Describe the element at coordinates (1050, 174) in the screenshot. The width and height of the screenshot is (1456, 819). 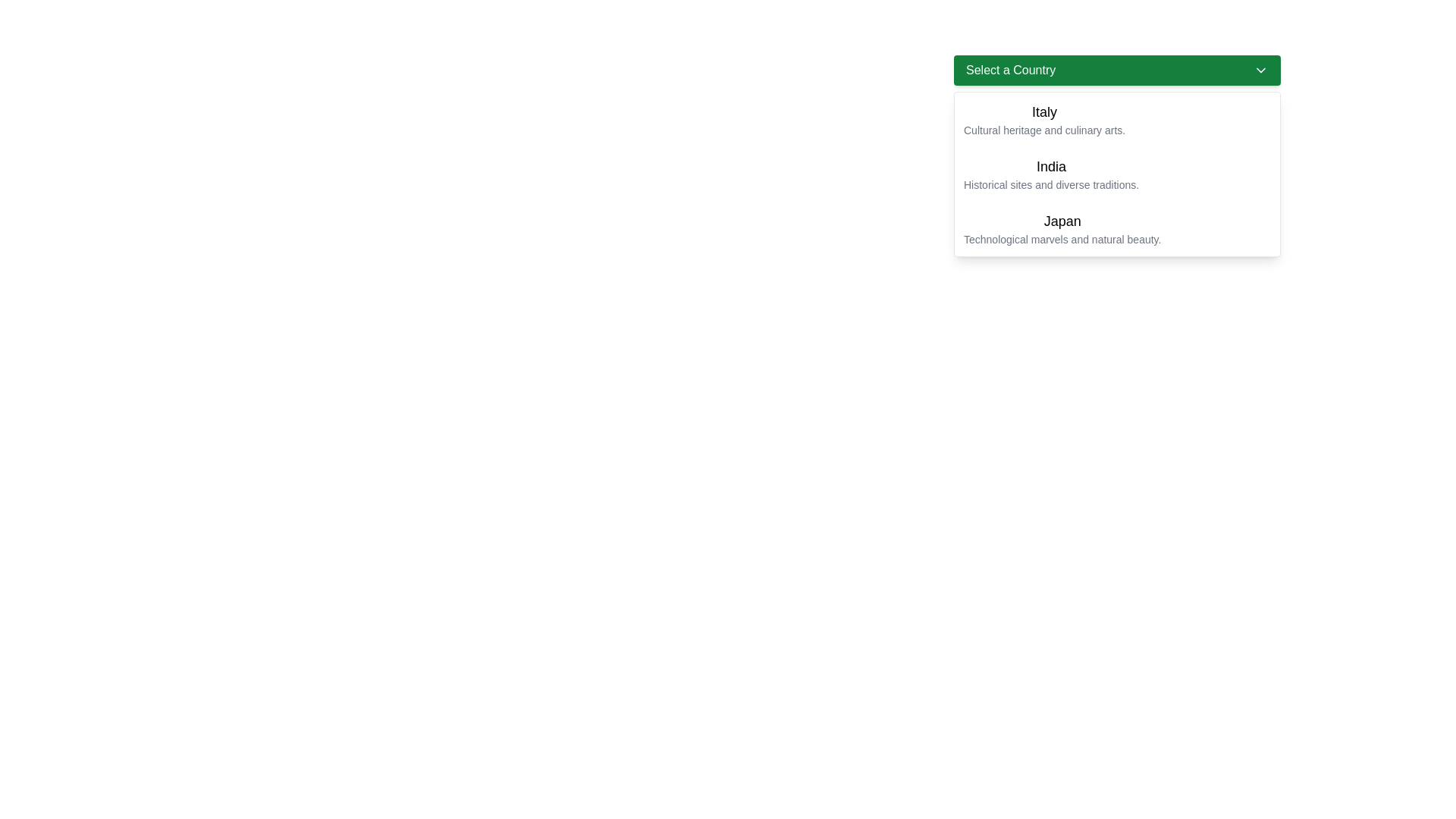
I see `the second option labeled 'A' in the dropdown menu located beneath the green button 'Select a Country'` at that location.